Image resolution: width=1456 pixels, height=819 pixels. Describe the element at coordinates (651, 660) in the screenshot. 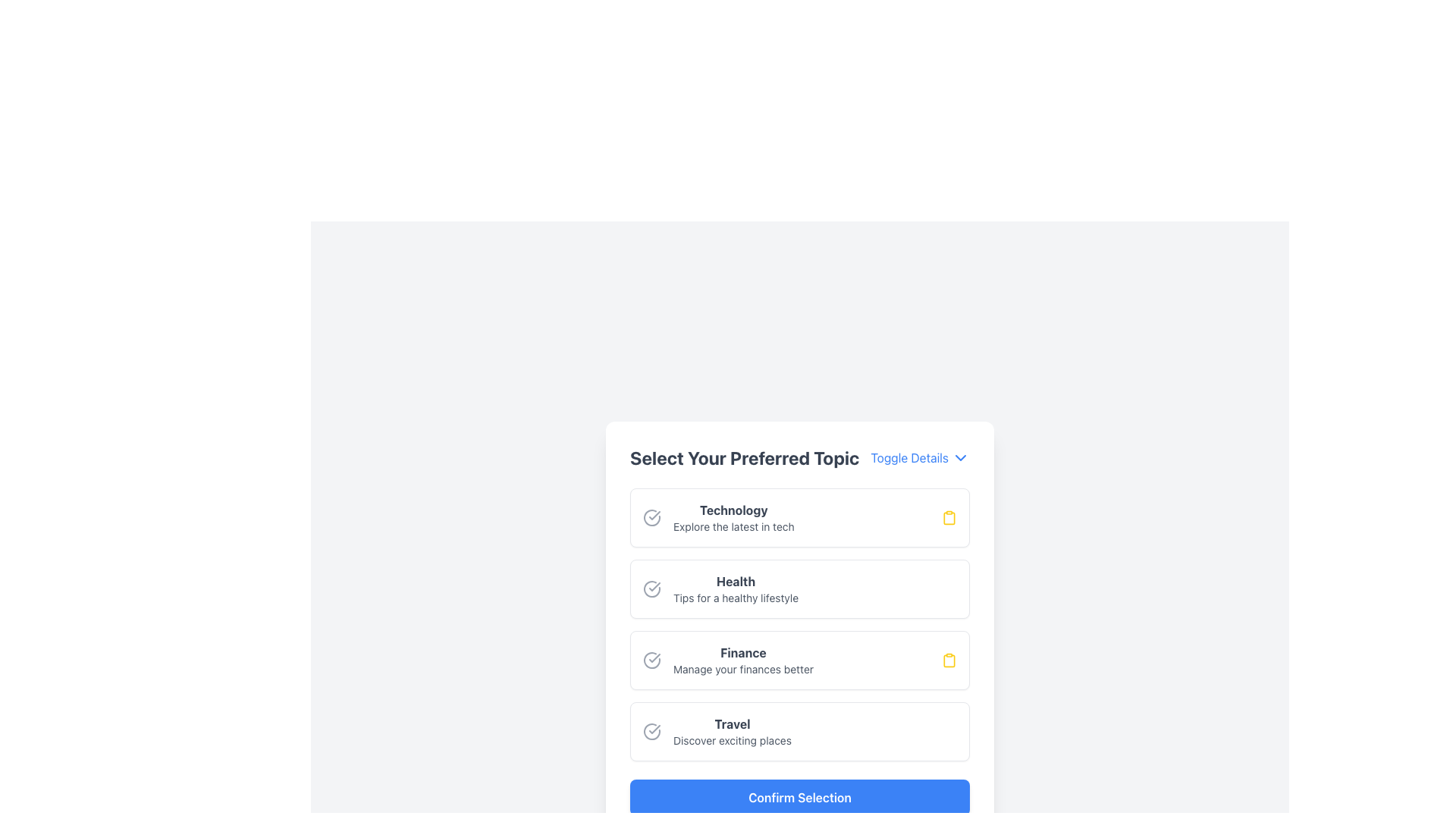

I see `the checkmark icon located to the left of the 'Finance' section under the 'Select Your Preferred Topic' header to select or deselect the 'Finance' option` at that location.